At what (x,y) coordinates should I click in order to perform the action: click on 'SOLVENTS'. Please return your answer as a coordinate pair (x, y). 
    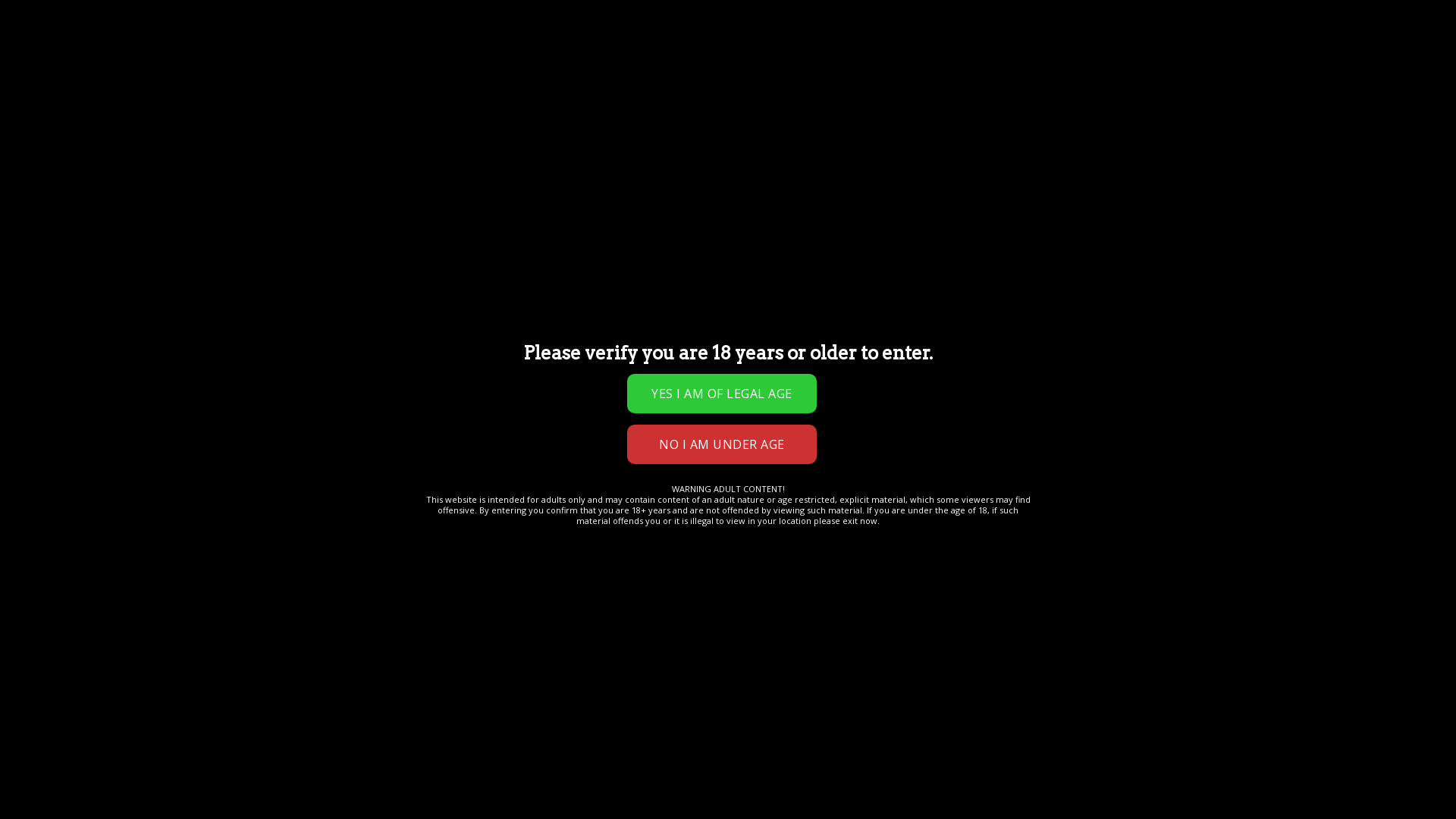
    Looking at the image, I should click on (702, 84).